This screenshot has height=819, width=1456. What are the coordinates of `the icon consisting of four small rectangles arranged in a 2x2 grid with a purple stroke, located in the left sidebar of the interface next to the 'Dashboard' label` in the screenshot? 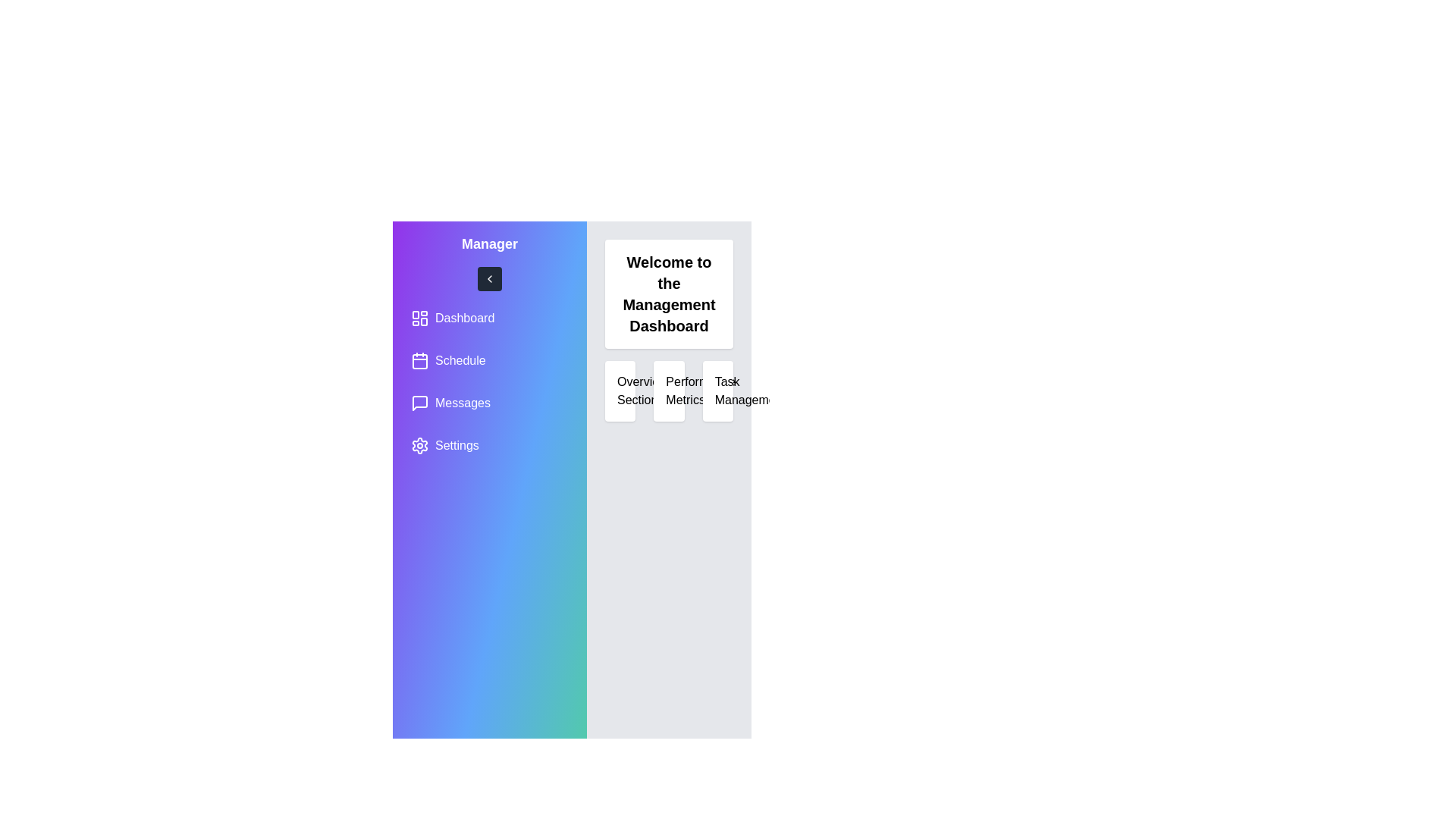 It's located at (419, 318).